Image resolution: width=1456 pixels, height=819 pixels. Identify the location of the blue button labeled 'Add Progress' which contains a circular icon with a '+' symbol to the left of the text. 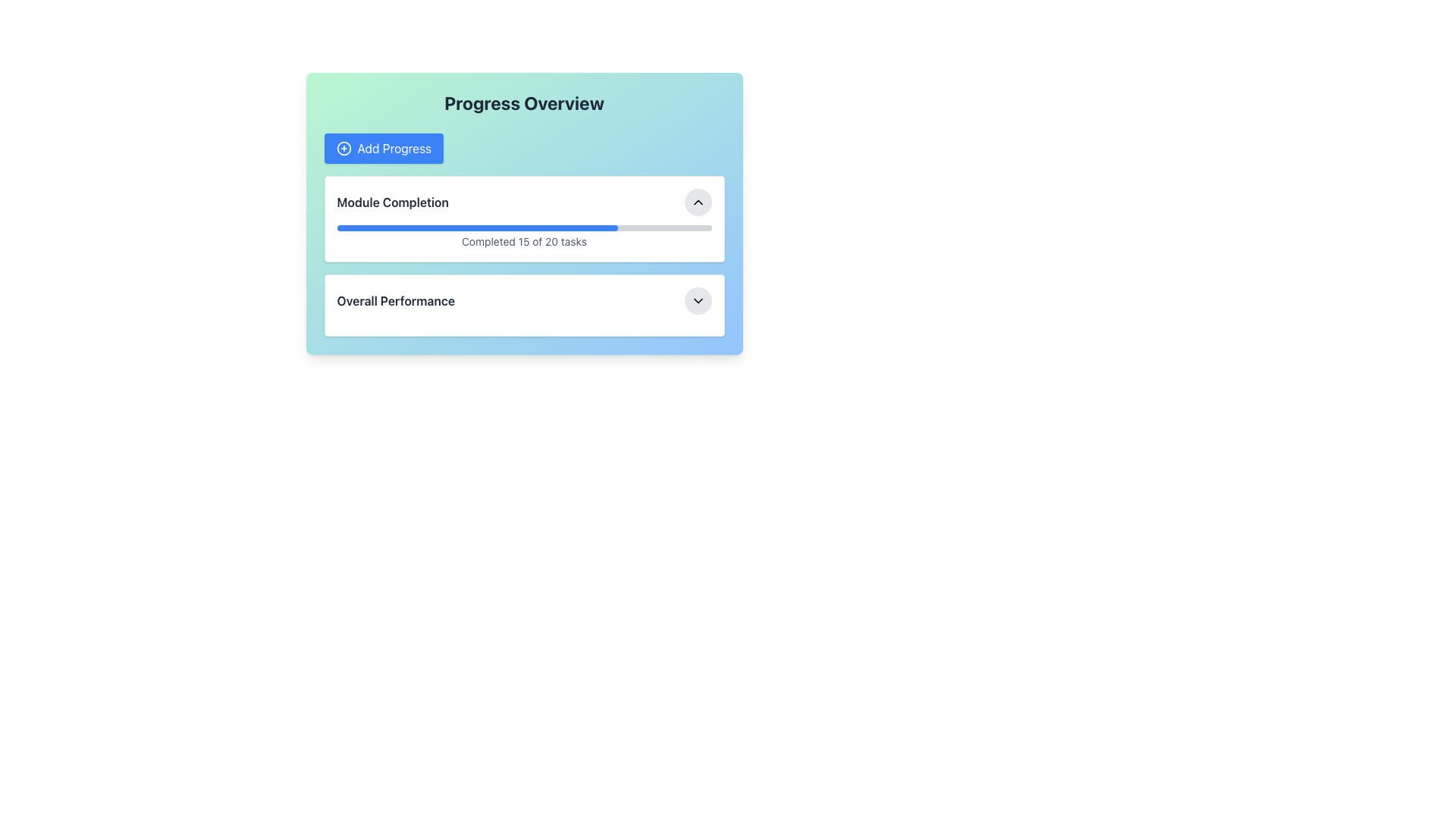
(343, 149).